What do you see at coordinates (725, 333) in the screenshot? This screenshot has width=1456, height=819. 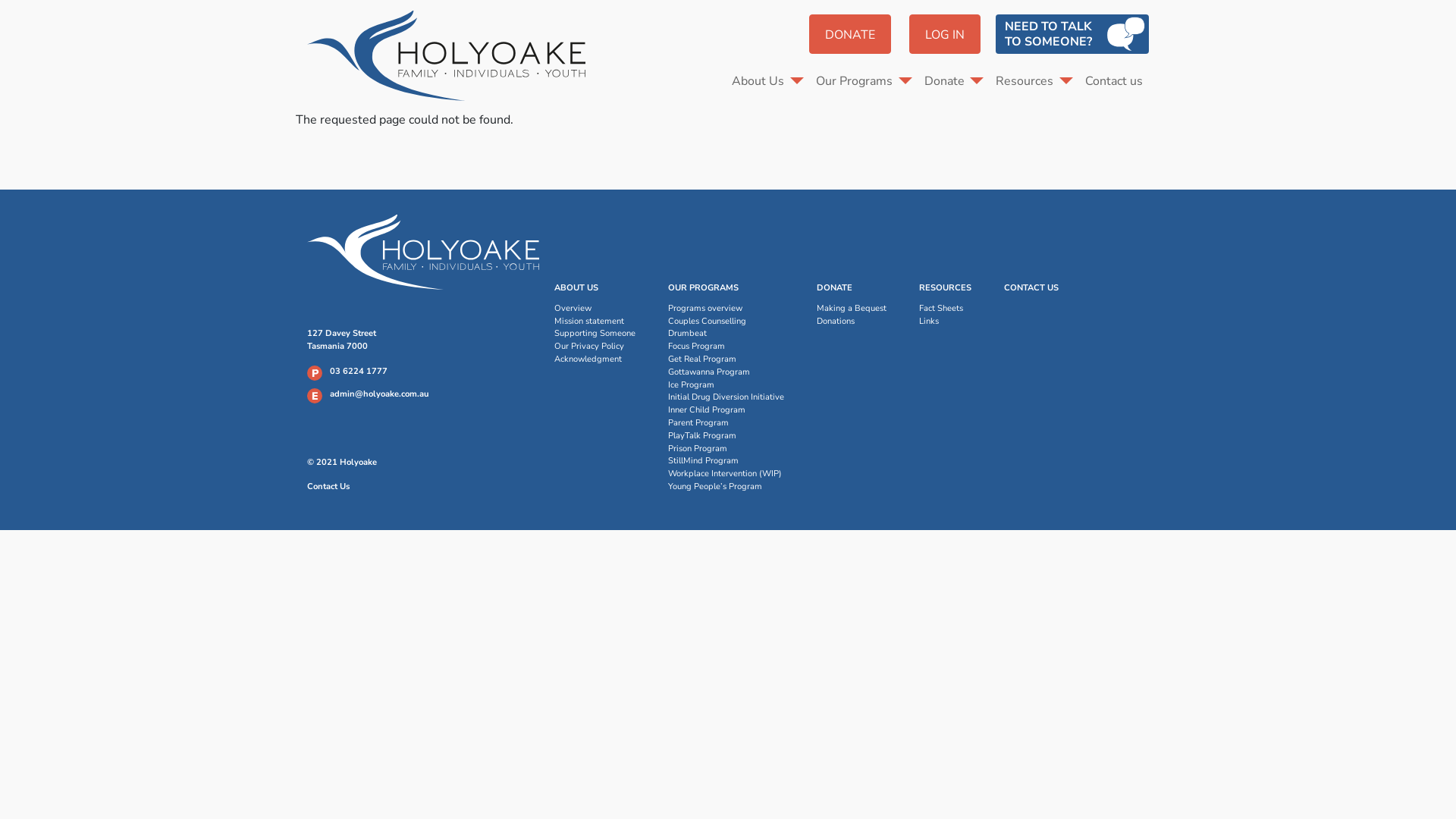 I see `'Drumbeat'` at bounding box center [725, 333].